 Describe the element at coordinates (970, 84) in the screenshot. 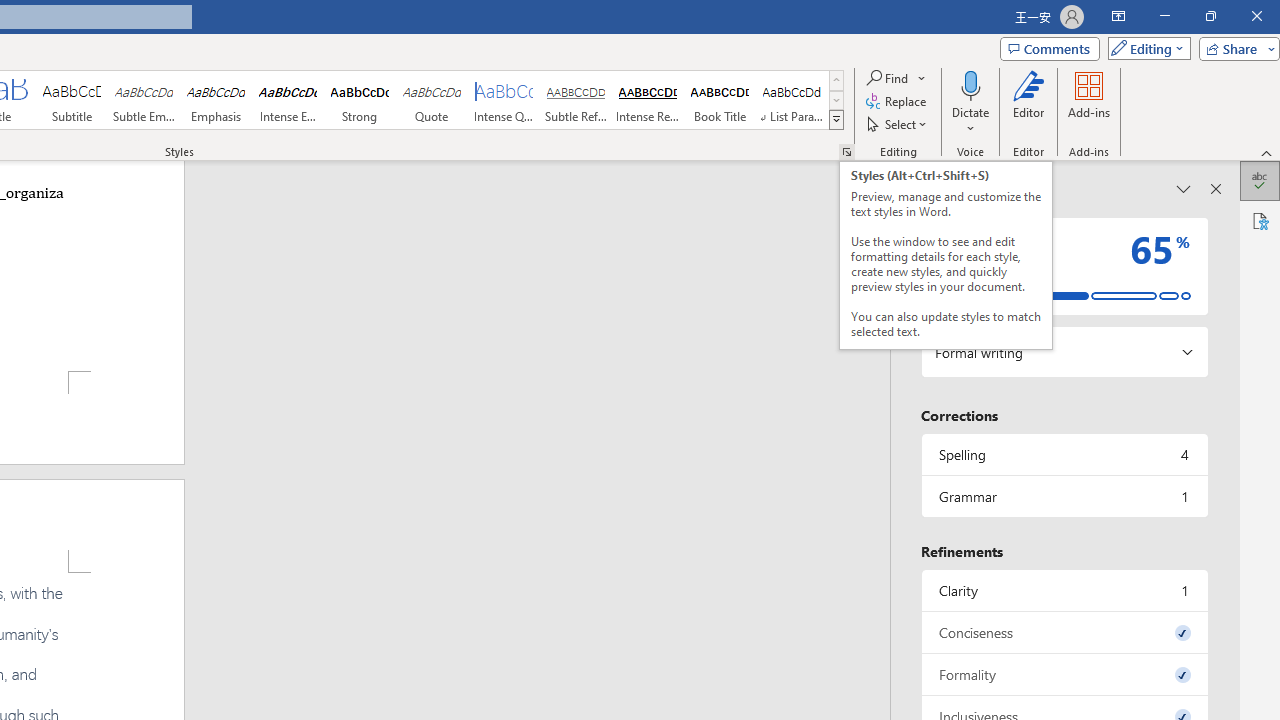

I see `'Dictate'` at that location.